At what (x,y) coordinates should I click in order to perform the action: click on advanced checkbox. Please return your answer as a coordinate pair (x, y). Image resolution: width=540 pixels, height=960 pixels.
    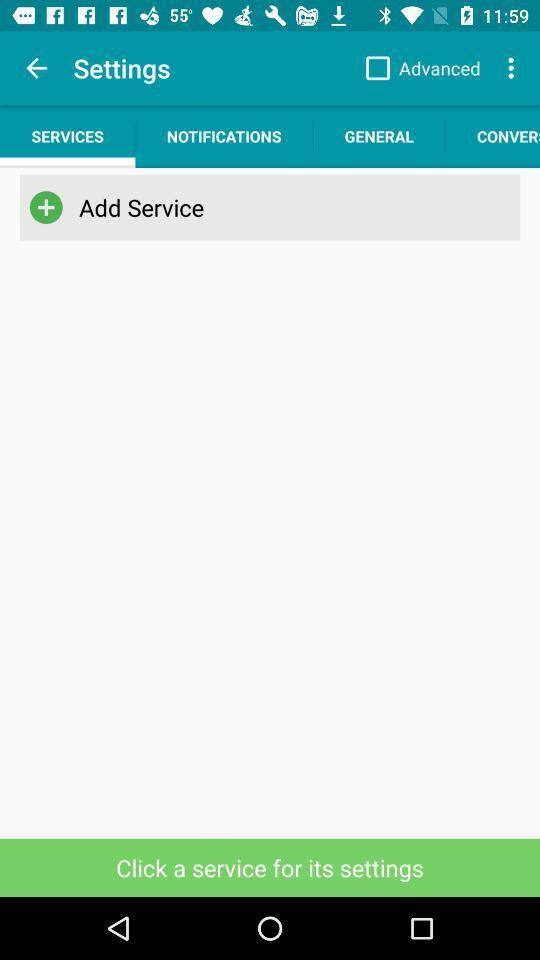
    Looking at the image, I should click on (417, 68).